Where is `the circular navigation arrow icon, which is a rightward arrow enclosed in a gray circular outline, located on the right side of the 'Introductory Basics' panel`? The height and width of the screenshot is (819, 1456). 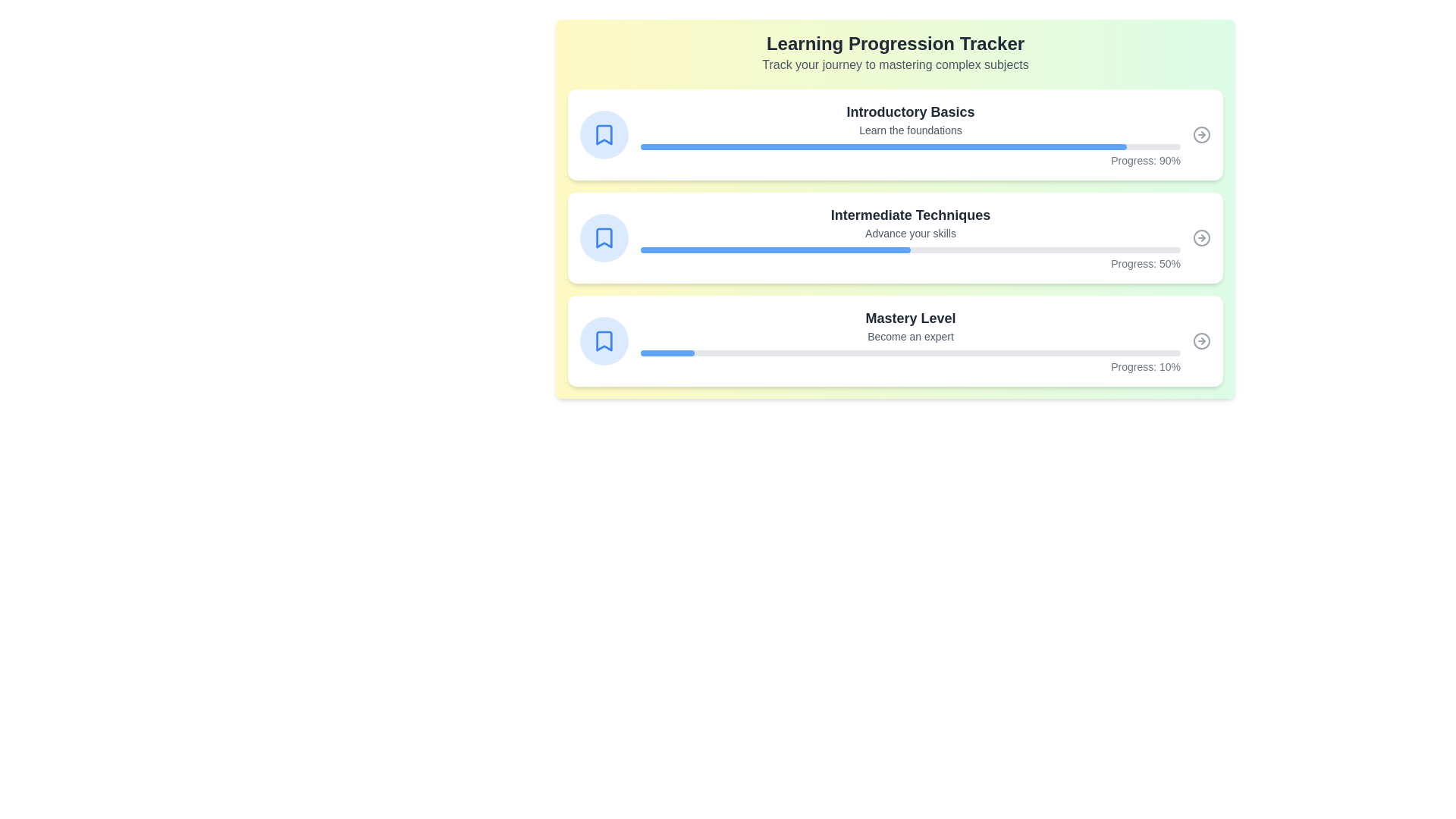 the circular navigation arrow icon, which is a rightward arrow enclosed in a gray circular outline, located on the right side of the 'Introductory Basics' panel is located at coordinates (1200, 133).